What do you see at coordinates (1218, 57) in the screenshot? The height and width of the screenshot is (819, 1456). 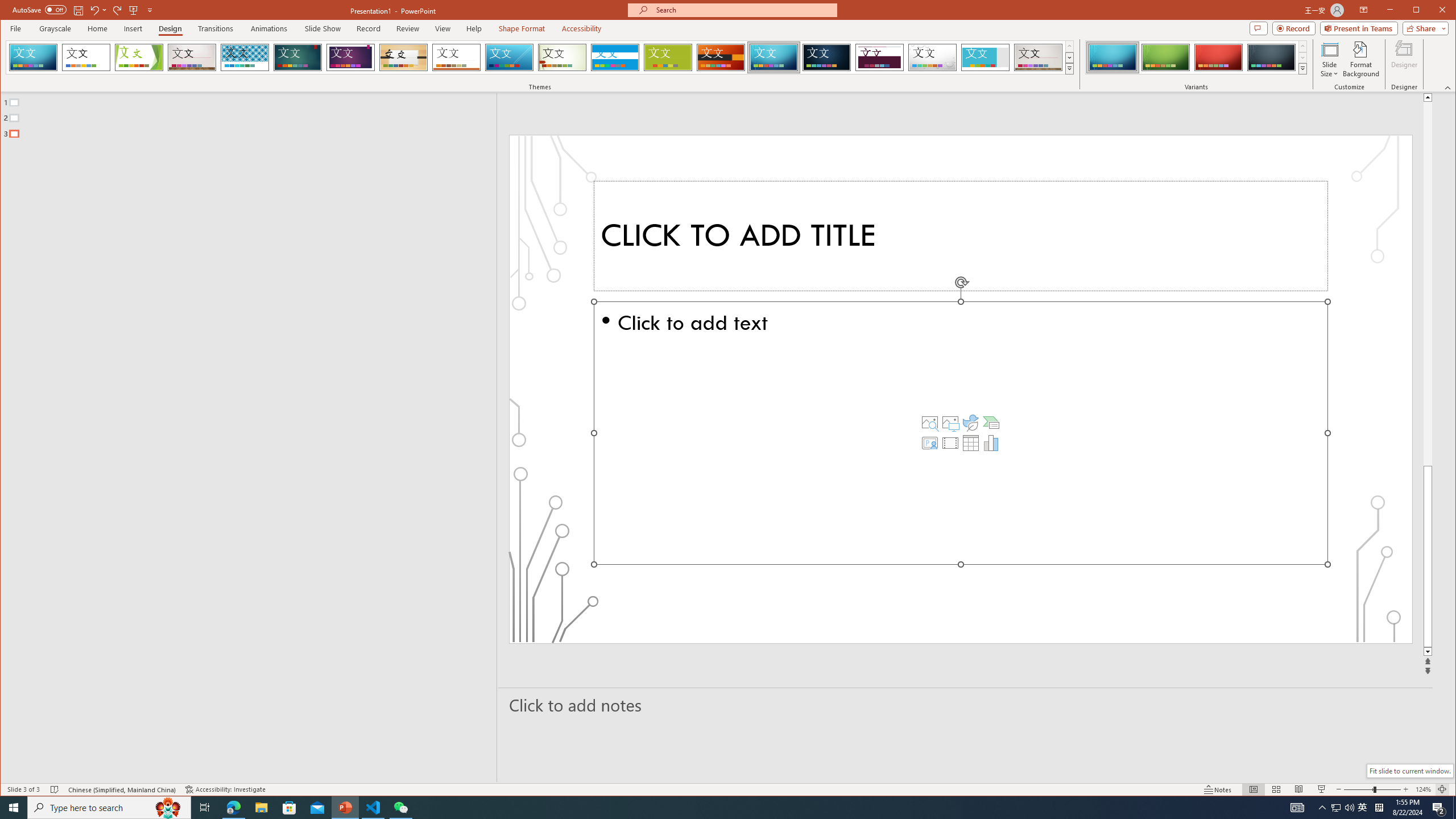 I see `'Circuit Variant 3'` at bounding box center [1218, 57].